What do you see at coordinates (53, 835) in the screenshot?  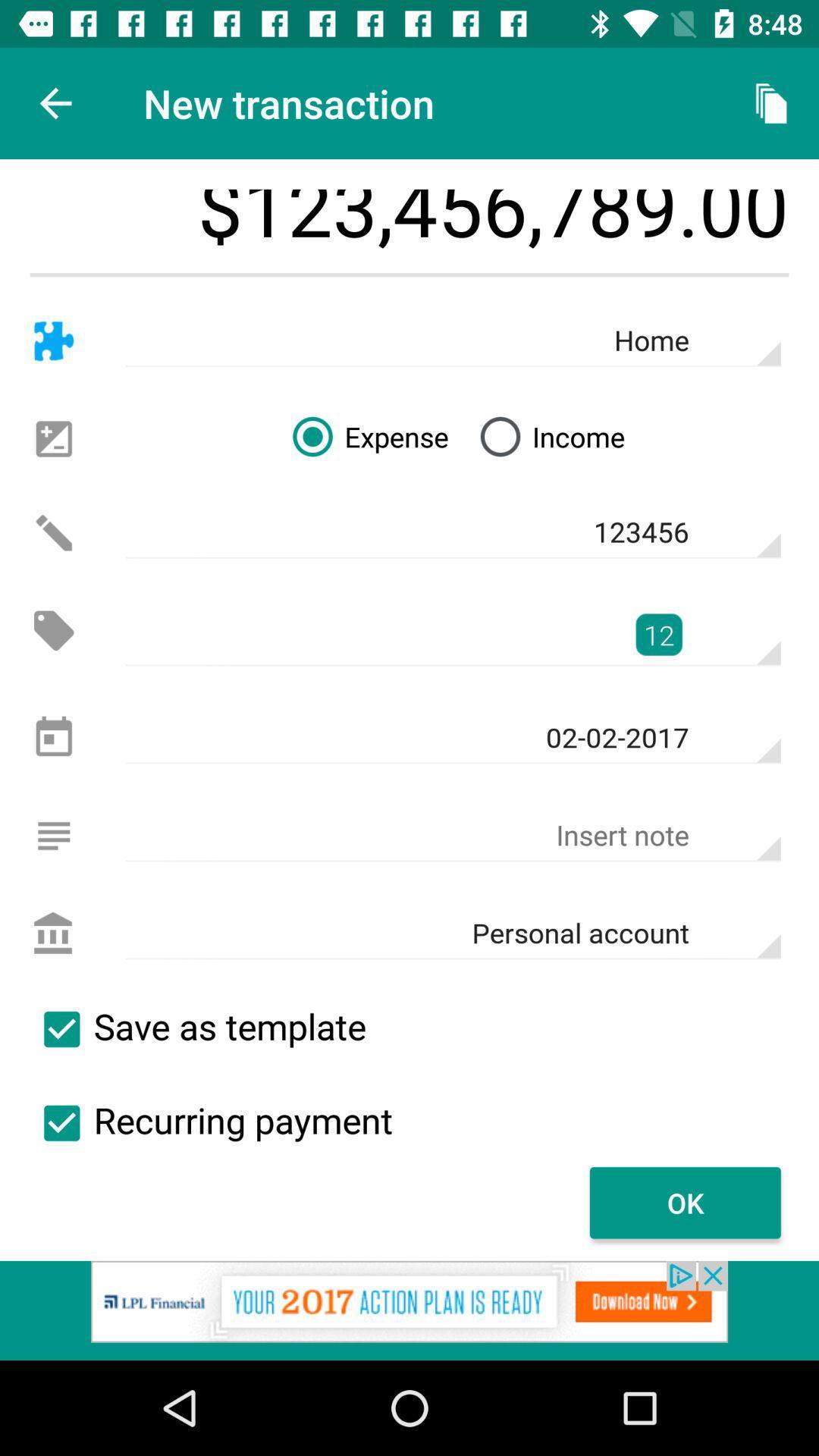 I see `write note` at bounding box center [53, 835].